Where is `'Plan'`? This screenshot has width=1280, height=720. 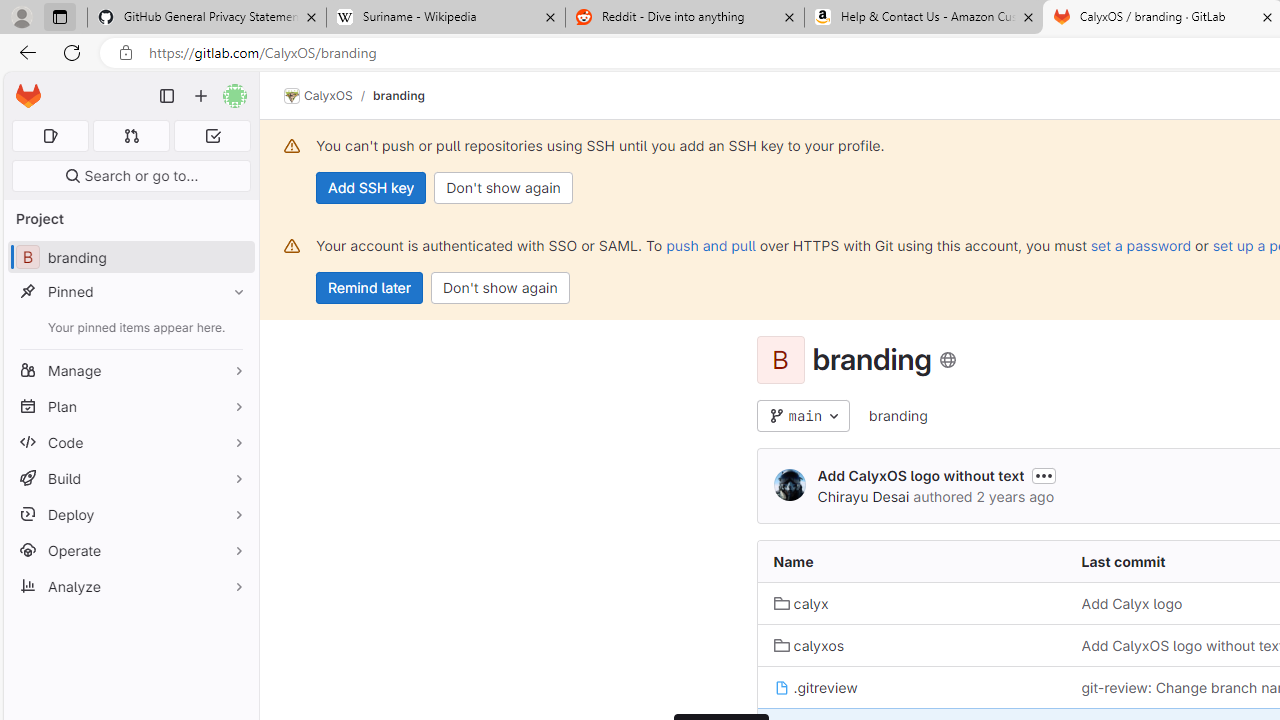
'Plan' is located at coordinates (130, 405).